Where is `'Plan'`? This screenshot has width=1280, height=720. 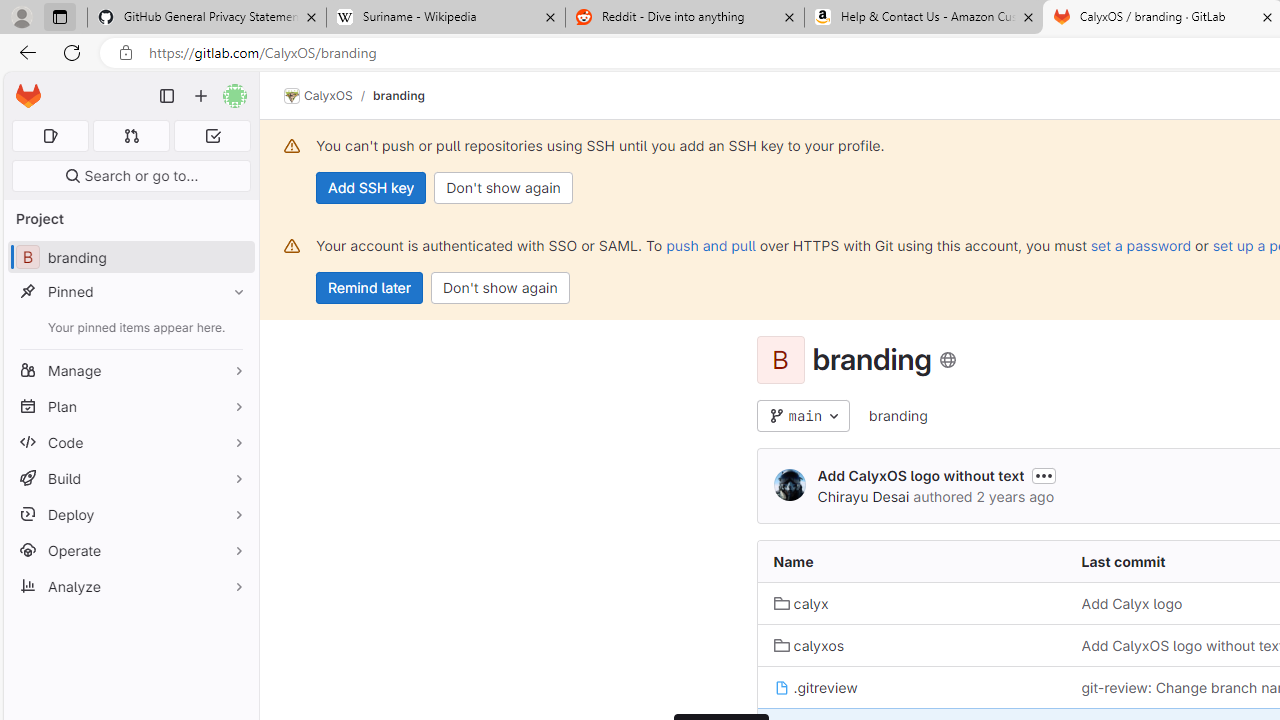
'Plan' is located at coordinates (130, 405).